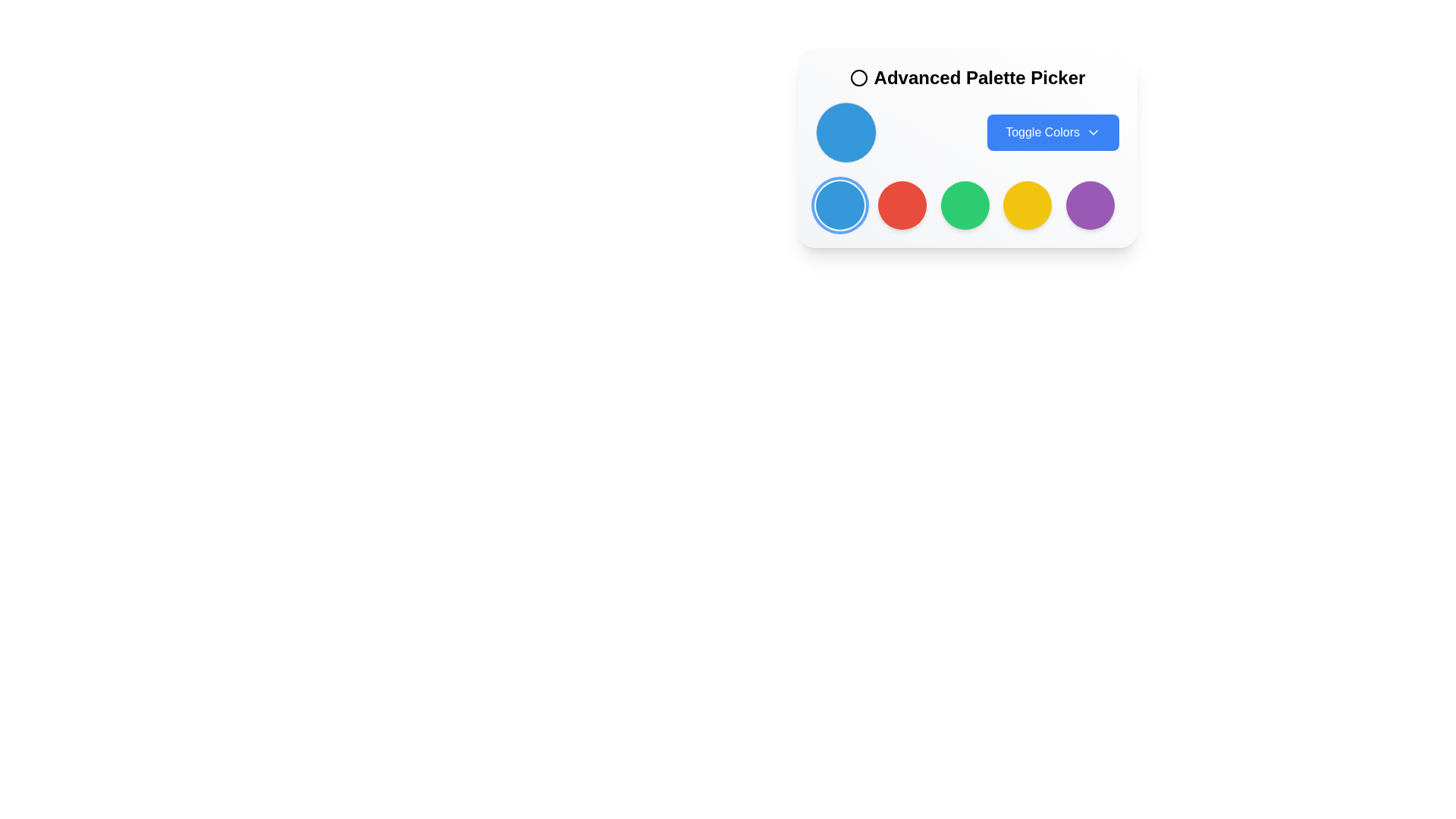  What do you see at coordinates (1053, 131) in the screenshot?
I see `the 'Toggle Colors' button which is a rectangular button with white text on a blue background, located near the top right of the advanced palette picker interface` at bounding box center [1053, 131].